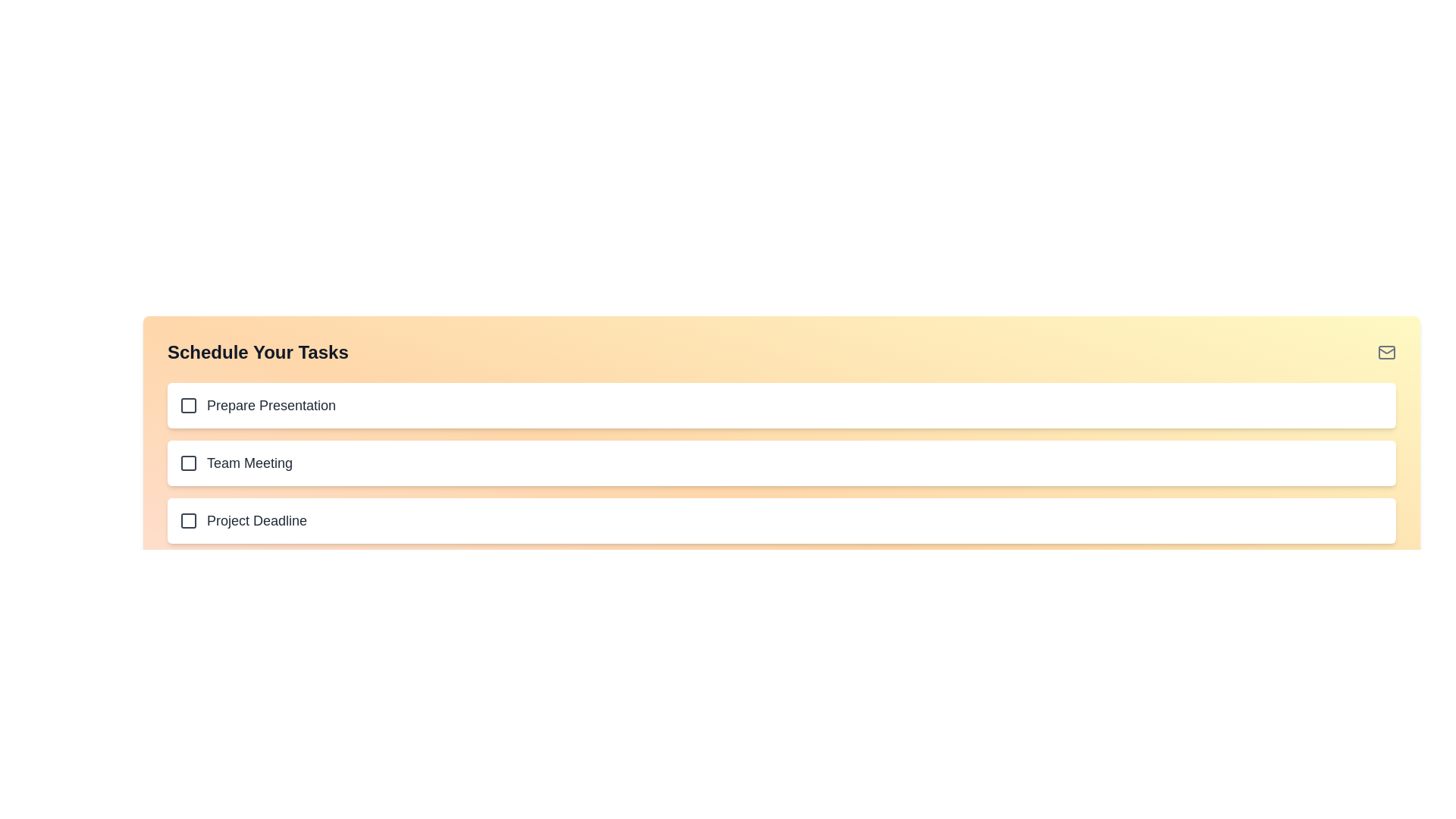 The image size is (1456, 819). I want to click on the checkbox indicator for the 'Team Meeting' item in the vertical task list titled 'Schedule Your Tasks', so click(188, 462).